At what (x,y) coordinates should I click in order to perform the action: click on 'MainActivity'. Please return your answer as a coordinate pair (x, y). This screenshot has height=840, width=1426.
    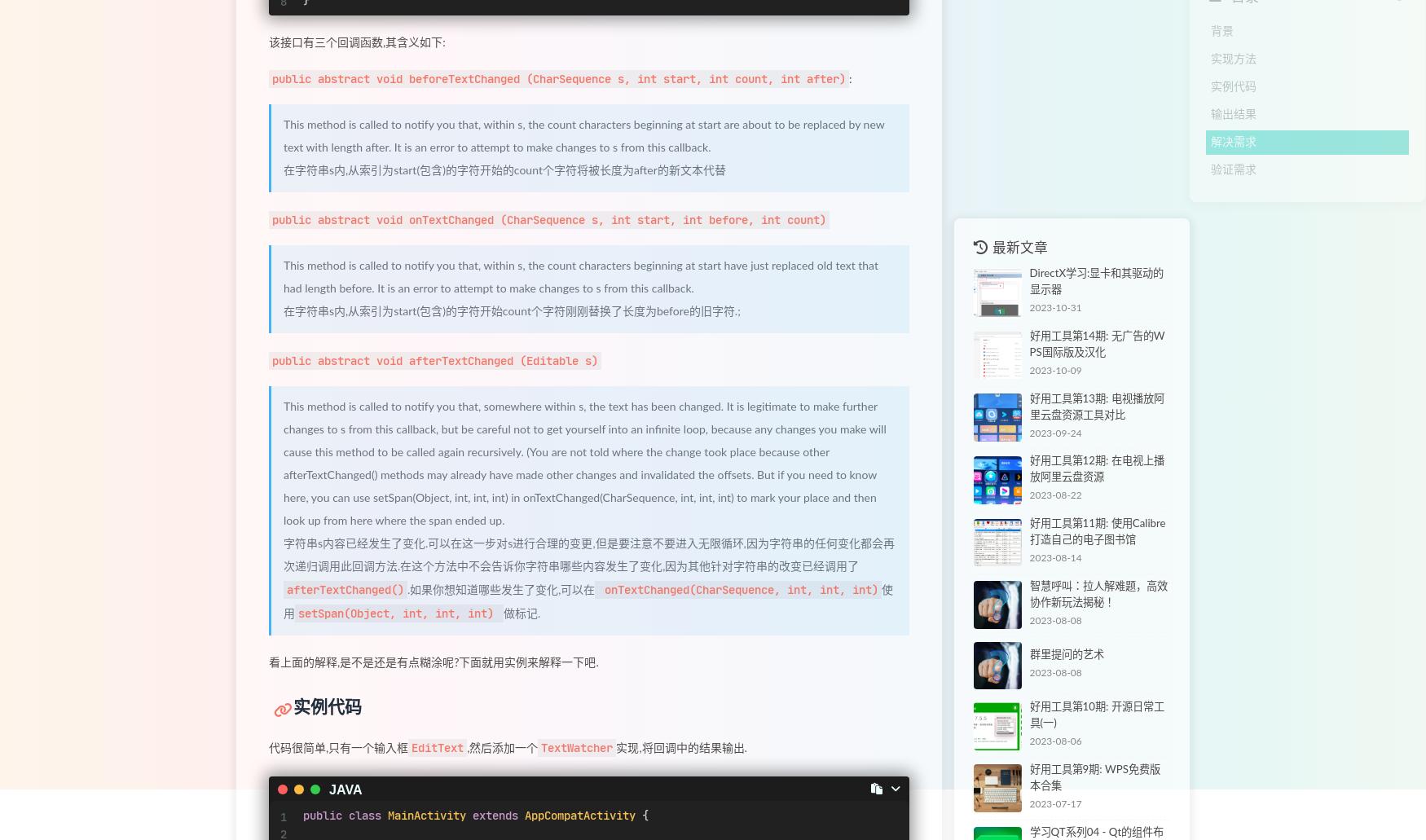
    Looking at the image, I should click on (425, 814).